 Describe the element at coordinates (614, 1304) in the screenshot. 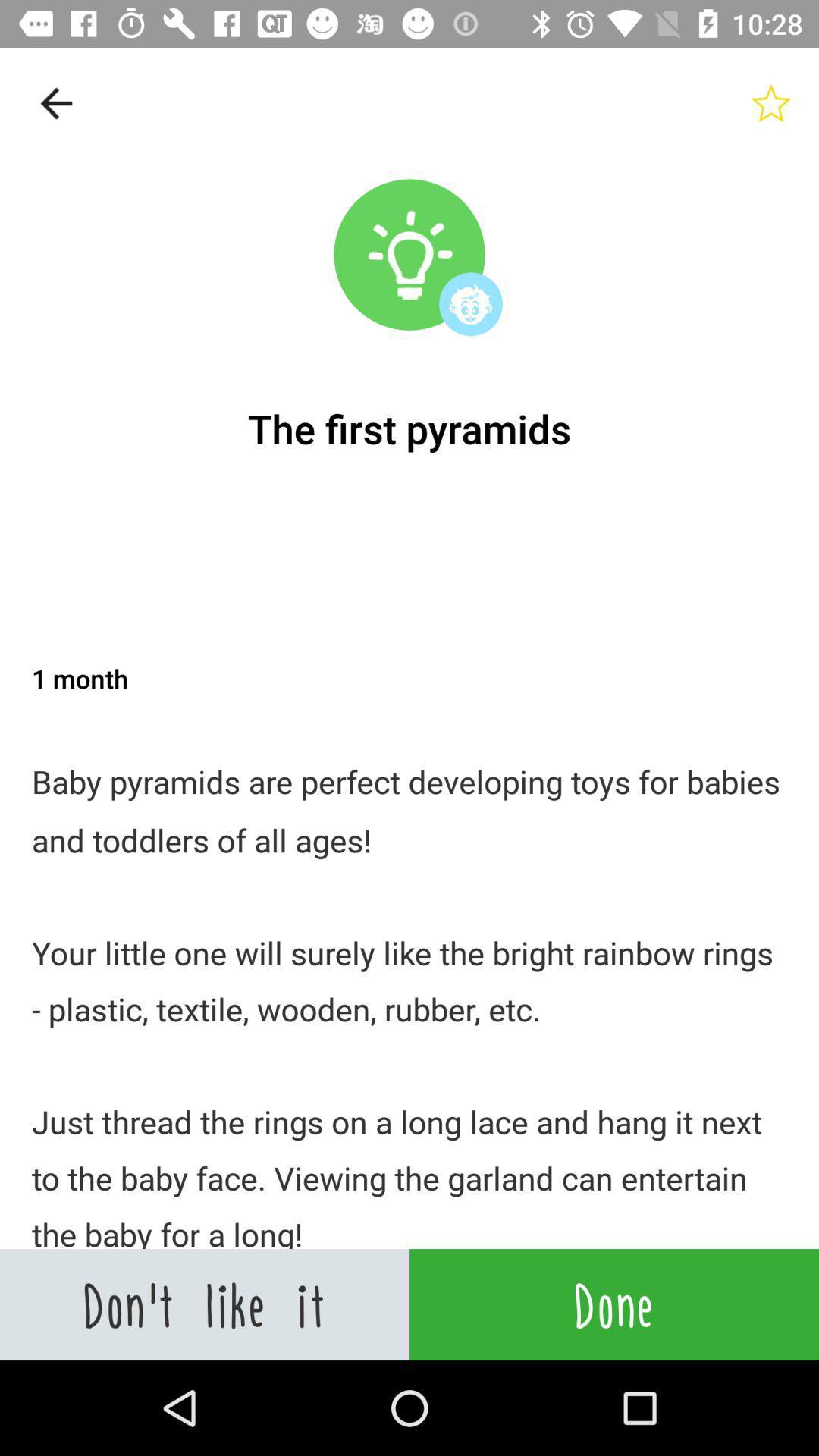

I see `item next to don t like` at that location.